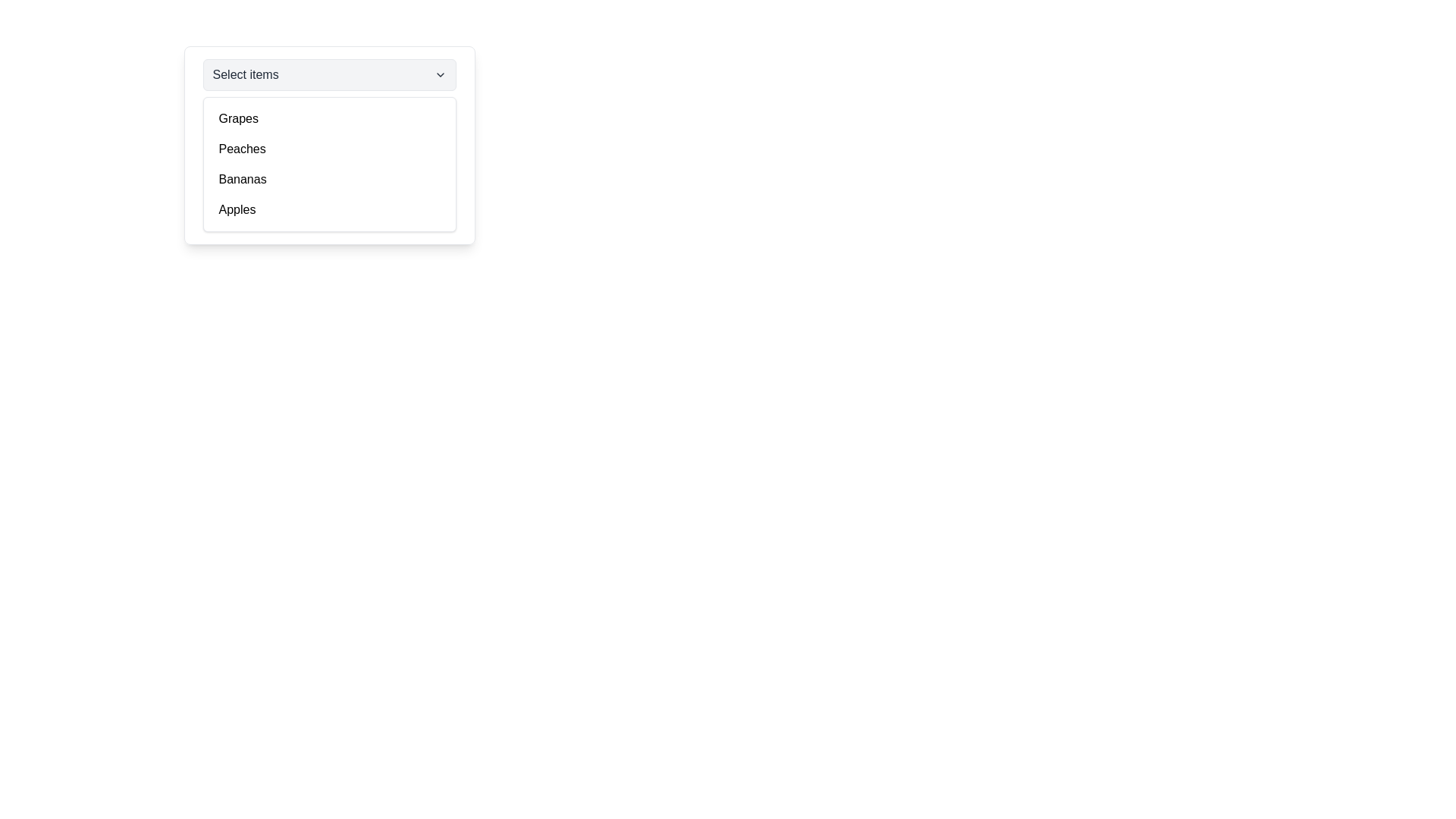 The width and height of the screenshot is (1456, 819). Describe the element at coordinates (328, 118) in the screenshot. I see `the 'Grapes' option in the dropdown menu` at that location.